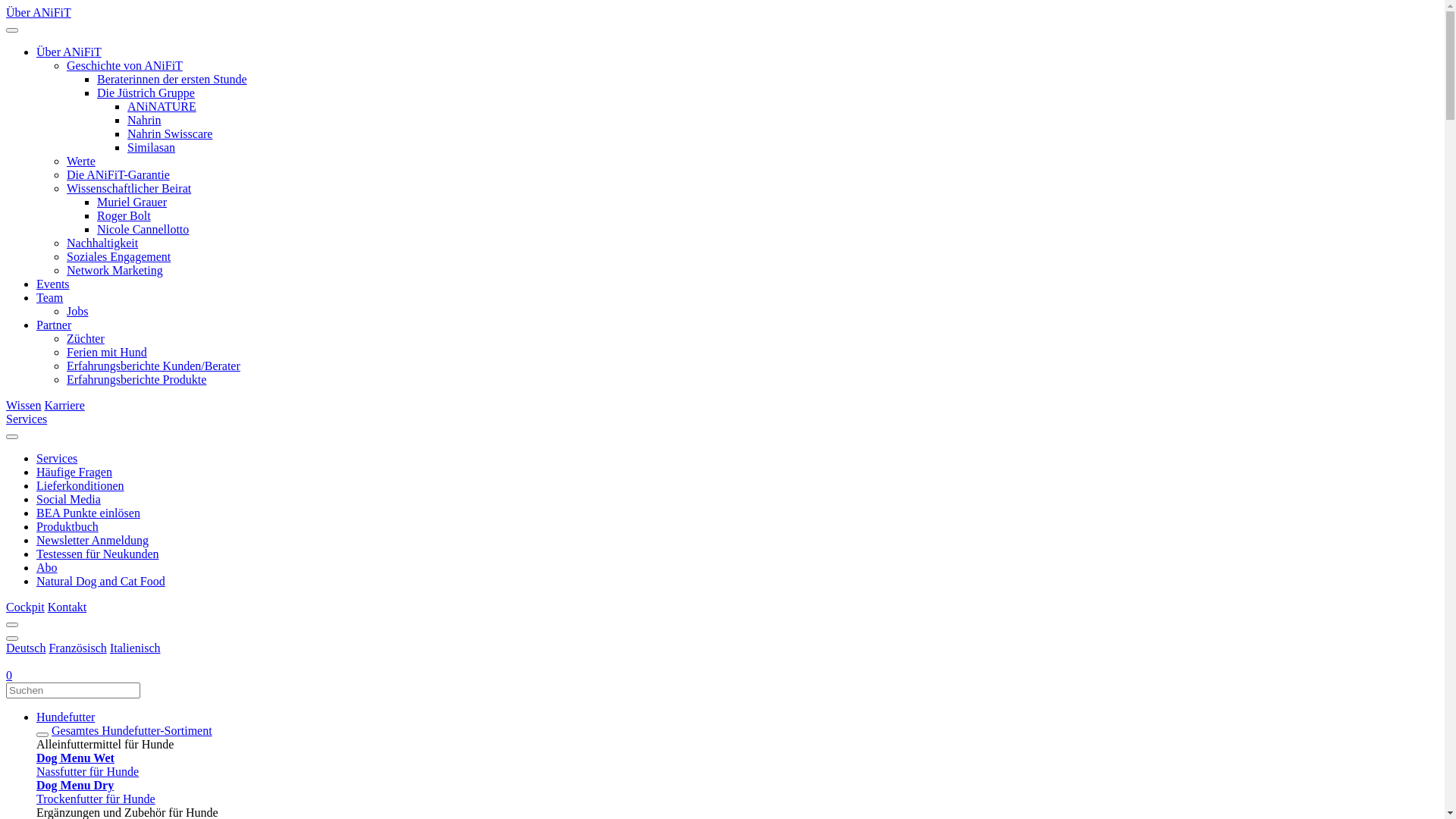 The width and height of the screenshot is (1456, 819). I want to click on 'Erfahrungsberichte Produkte', so click(136, 378).